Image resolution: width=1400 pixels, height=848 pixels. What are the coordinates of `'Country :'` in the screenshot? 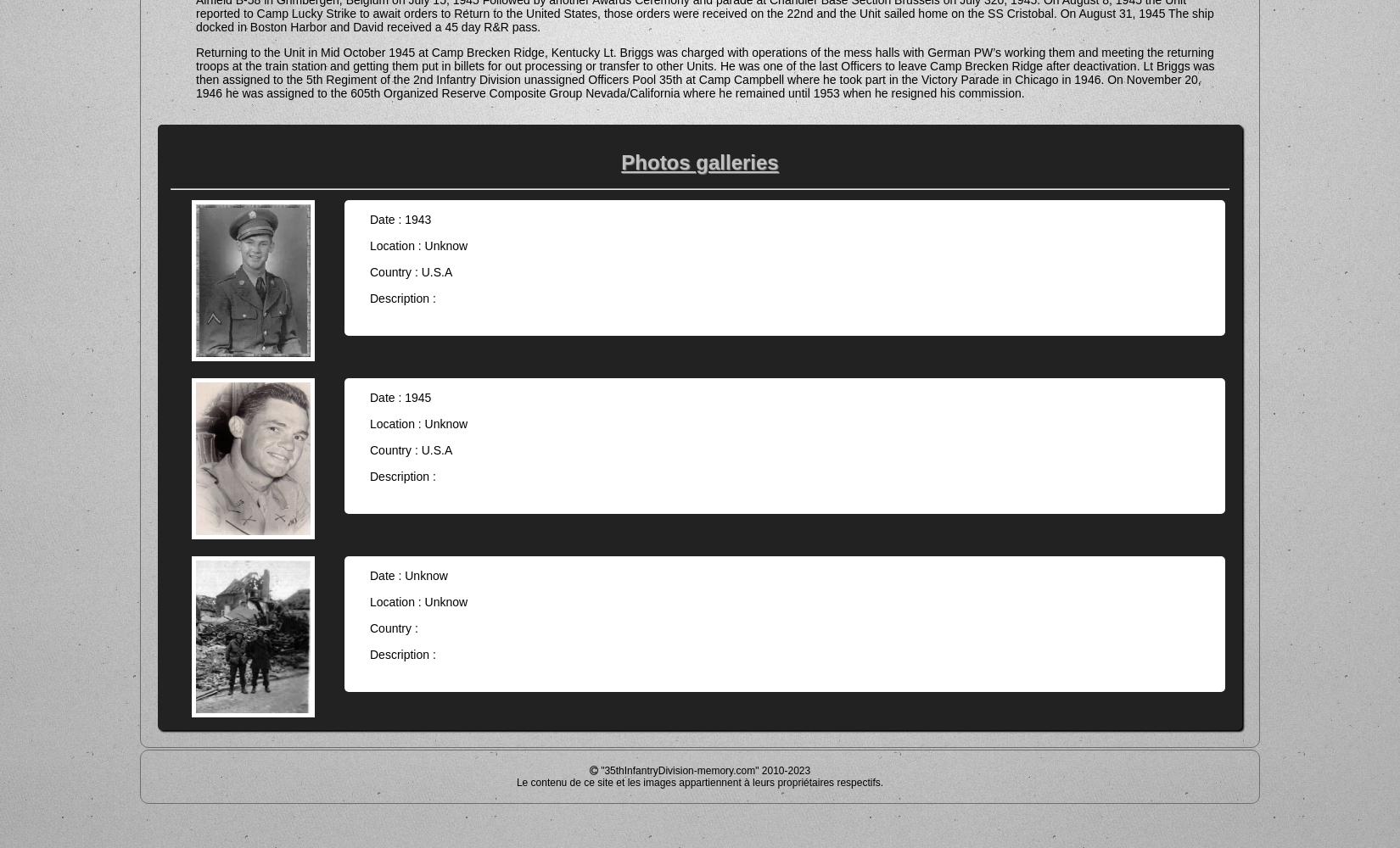 It's located at (368, 627).